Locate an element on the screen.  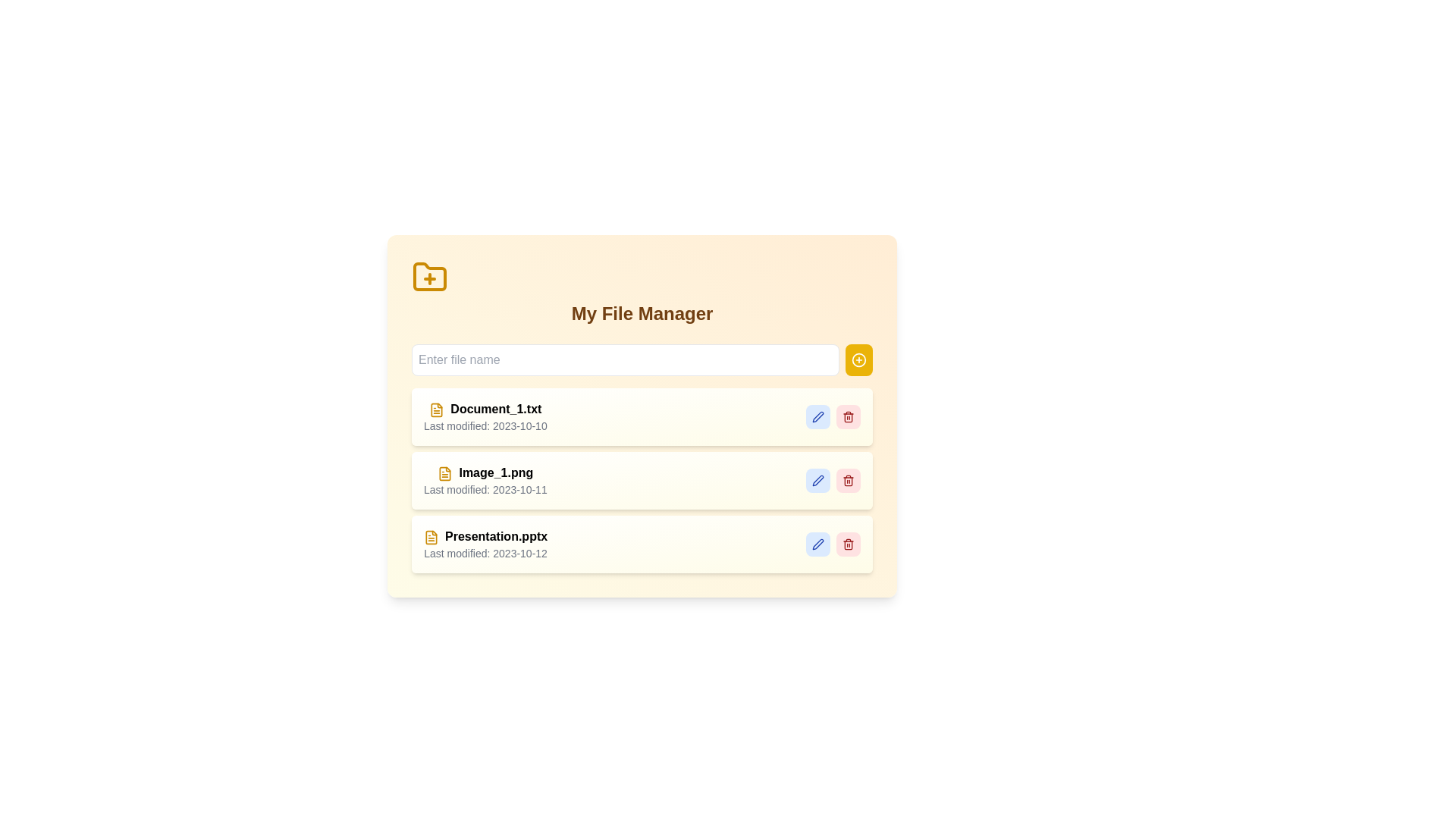
the file item representation for 'Image_1.png' is located at coordinates (484, 480).